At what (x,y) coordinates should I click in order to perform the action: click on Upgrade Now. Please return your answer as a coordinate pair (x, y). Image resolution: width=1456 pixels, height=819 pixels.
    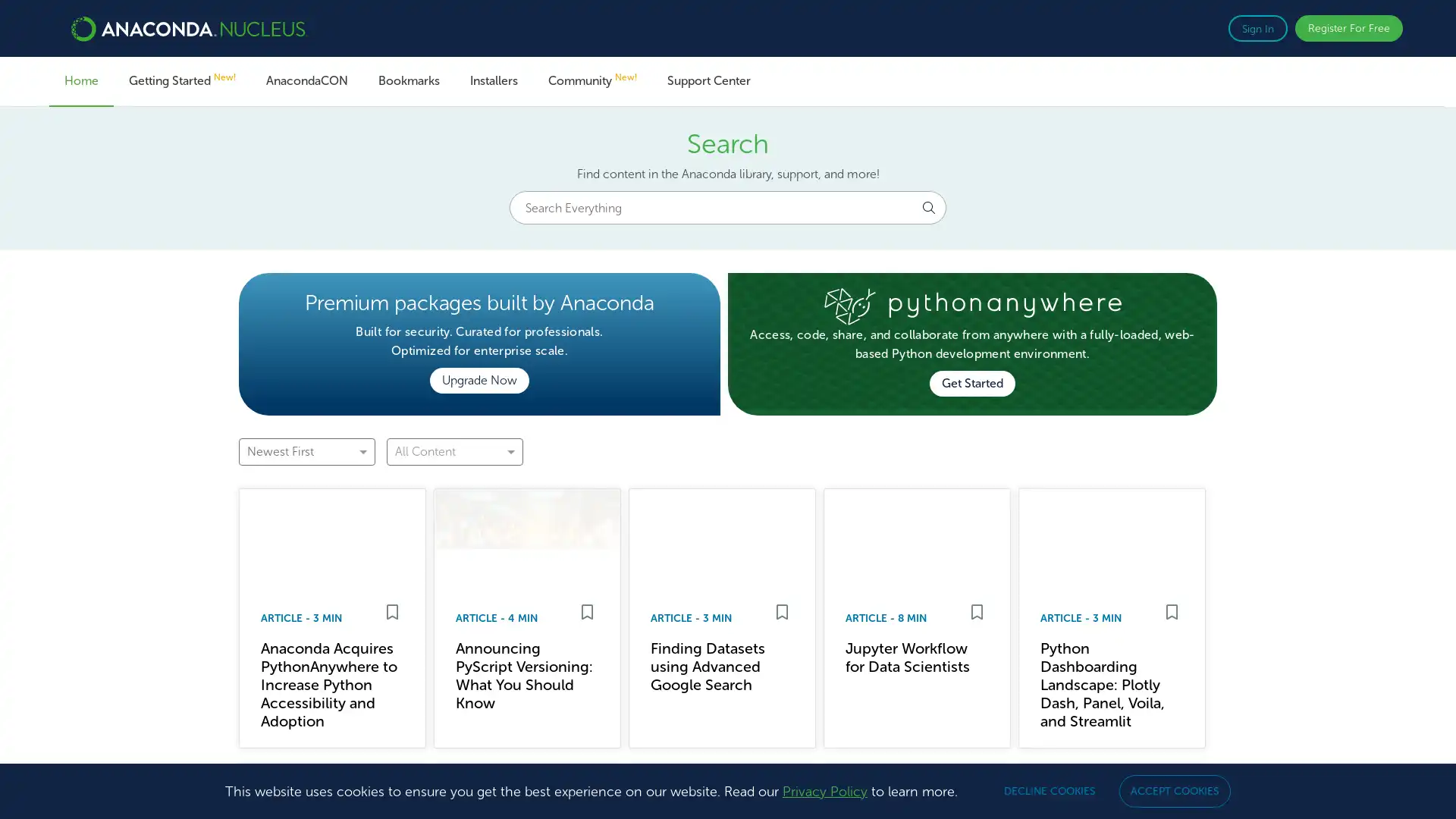
    Looking at the image, I should click on (479, 379).